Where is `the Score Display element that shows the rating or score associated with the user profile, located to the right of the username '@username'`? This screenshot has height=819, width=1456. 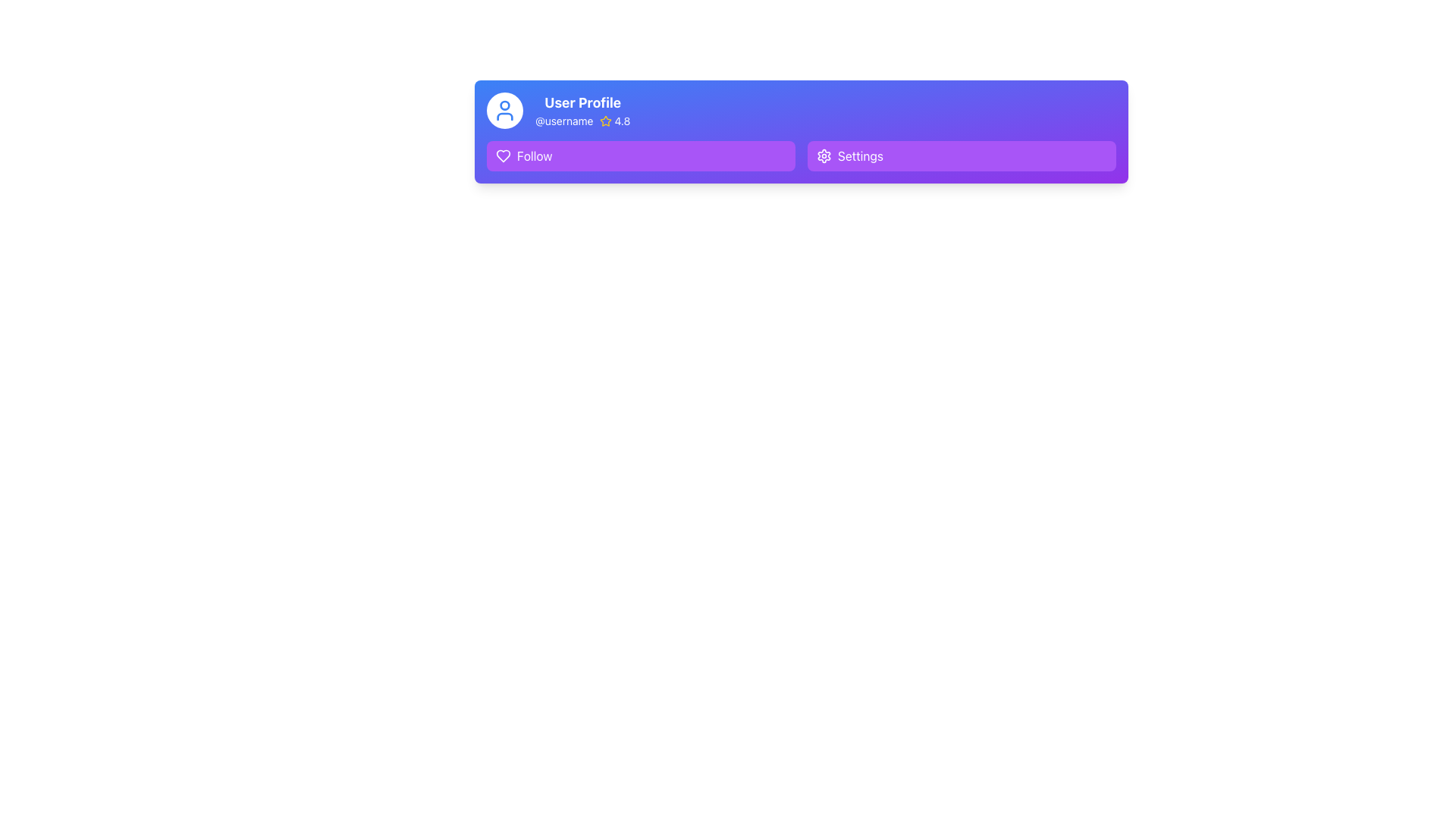 the Score Display element that shows the rating or score associated with the user profile, located to the right of the username '@username' is located at coordinates (614, 120).